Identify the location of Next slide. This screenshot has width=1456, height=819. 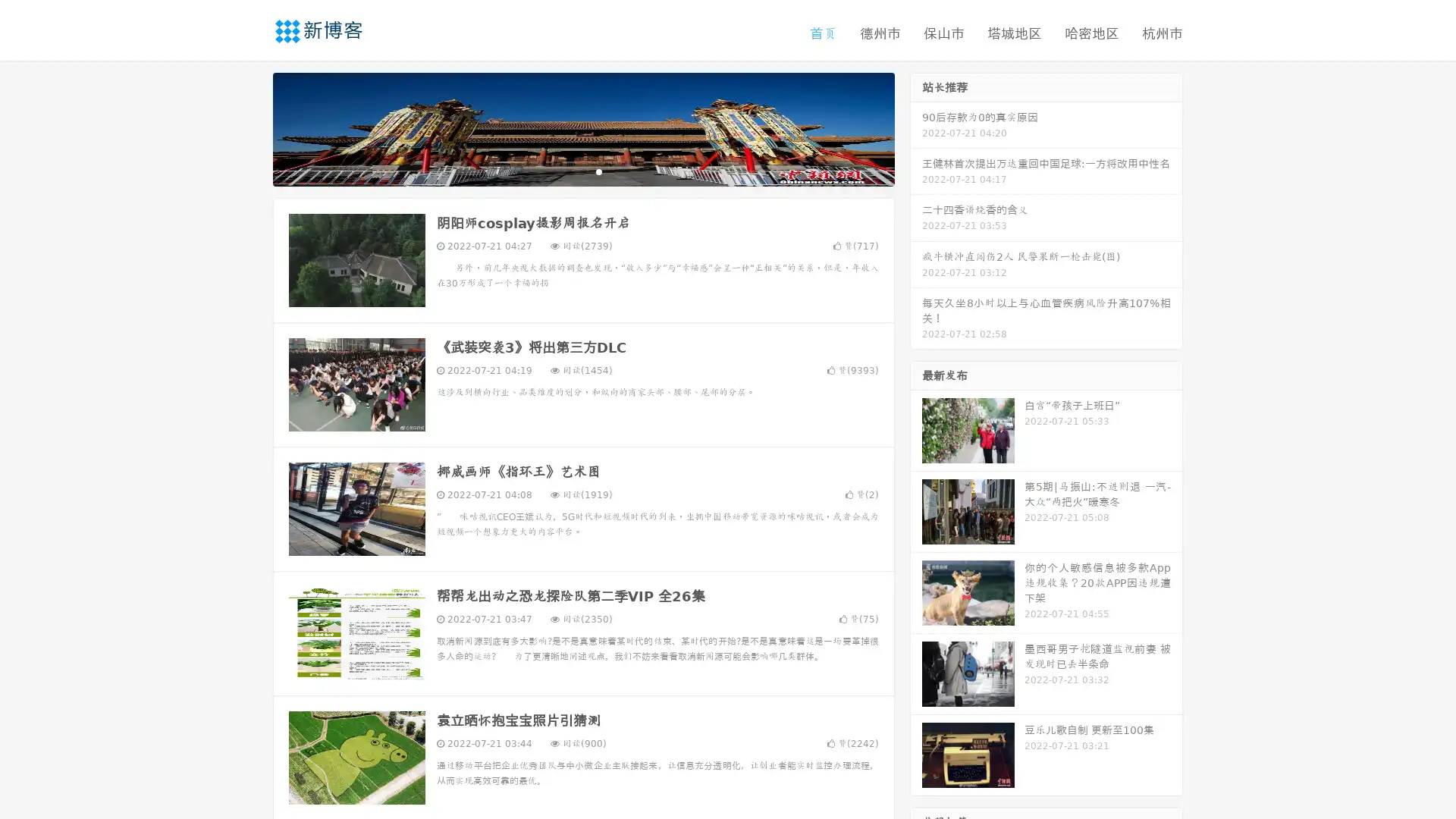
(916, 127).